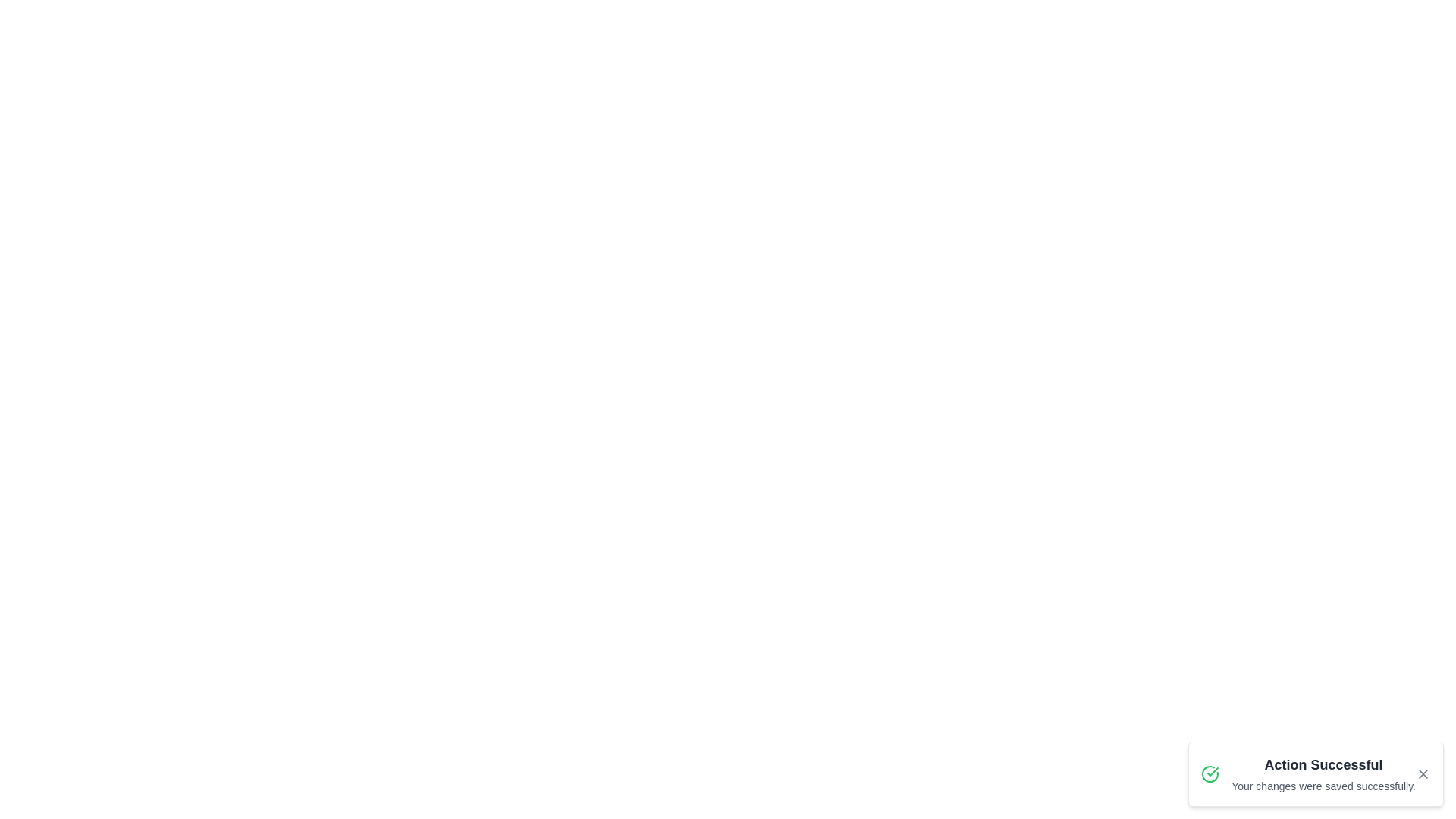 The height and width of the screenshot is (819, 1456). I want to click on the close button to dismiss the notification, so click(1422, 774).